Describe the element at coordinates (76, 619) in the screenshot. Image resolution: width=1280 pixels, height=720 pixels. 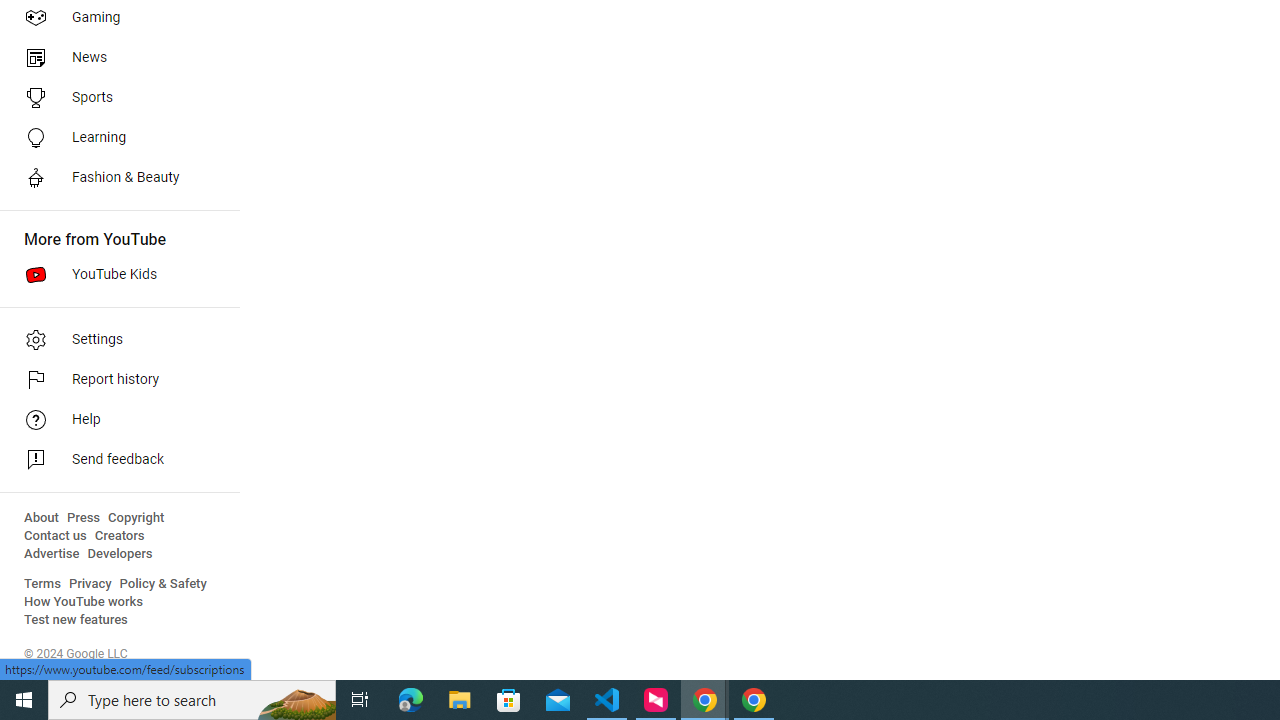
I see `'Test new features'` at that location.